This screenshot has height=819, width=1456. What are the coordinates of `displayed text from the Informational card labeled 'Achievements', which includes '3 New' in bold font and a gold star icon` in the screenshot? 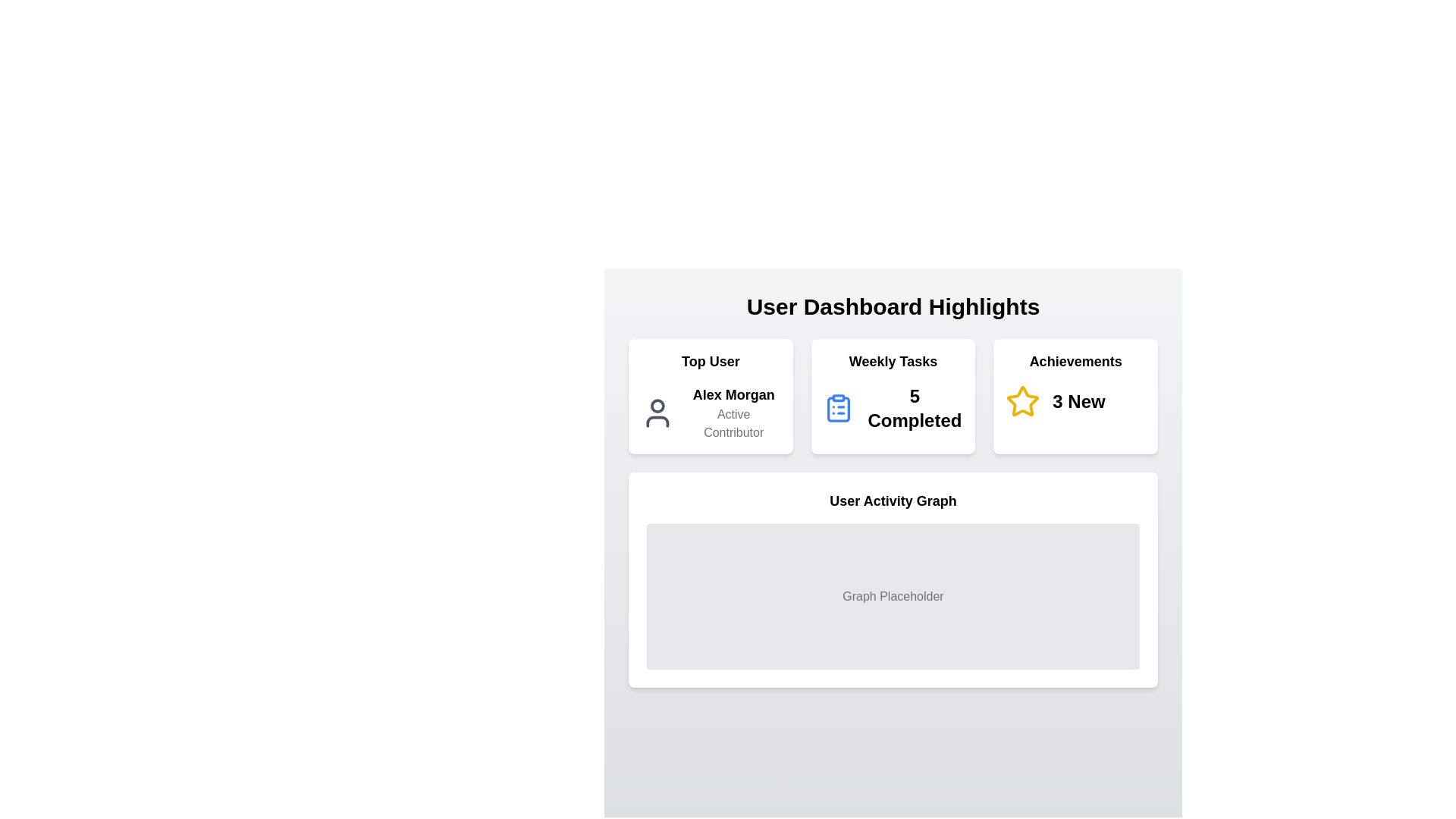 It's located at (1075, 396).